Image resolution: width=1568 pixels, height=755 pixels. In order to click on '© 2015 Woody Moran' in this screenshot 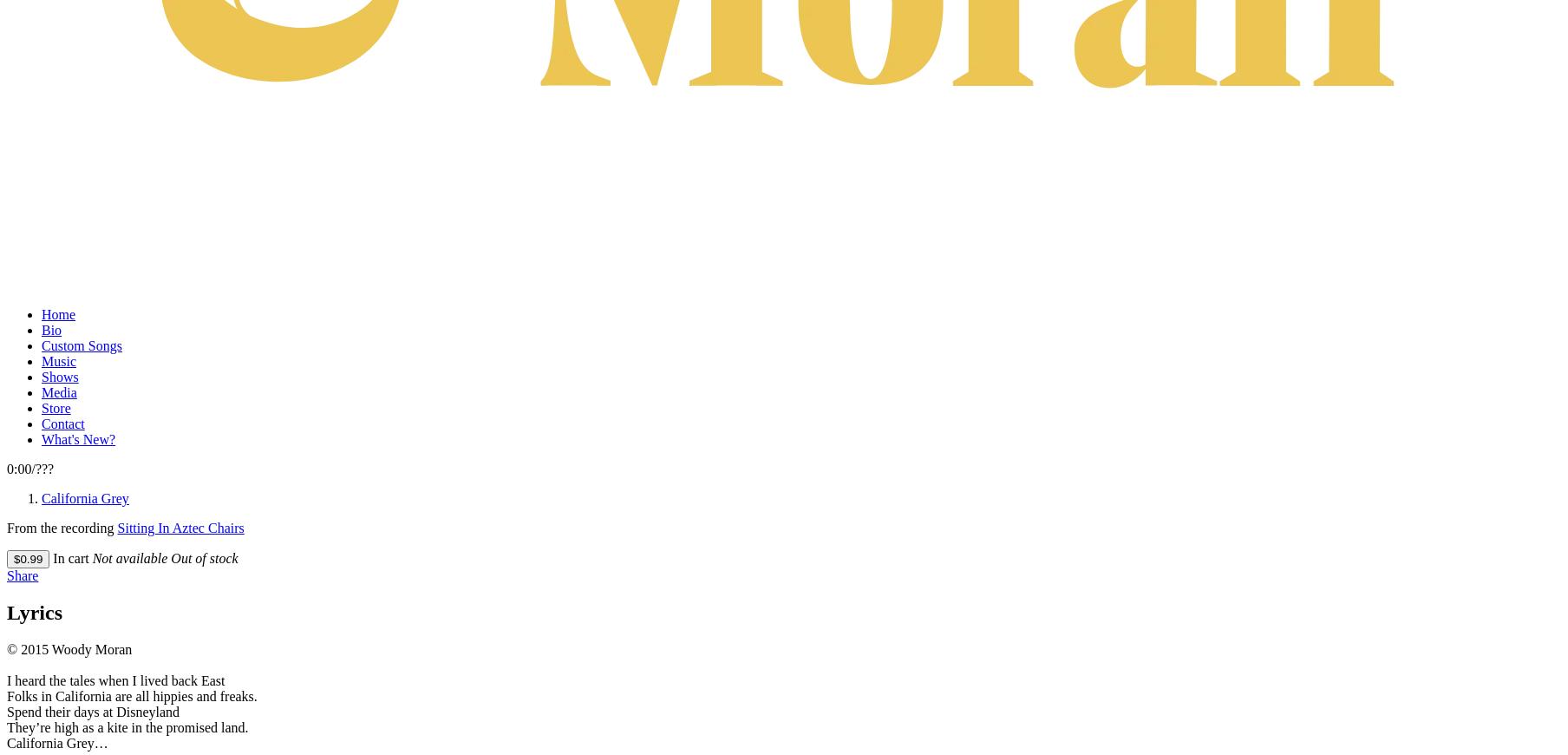, I will do `click(6, 648)`.